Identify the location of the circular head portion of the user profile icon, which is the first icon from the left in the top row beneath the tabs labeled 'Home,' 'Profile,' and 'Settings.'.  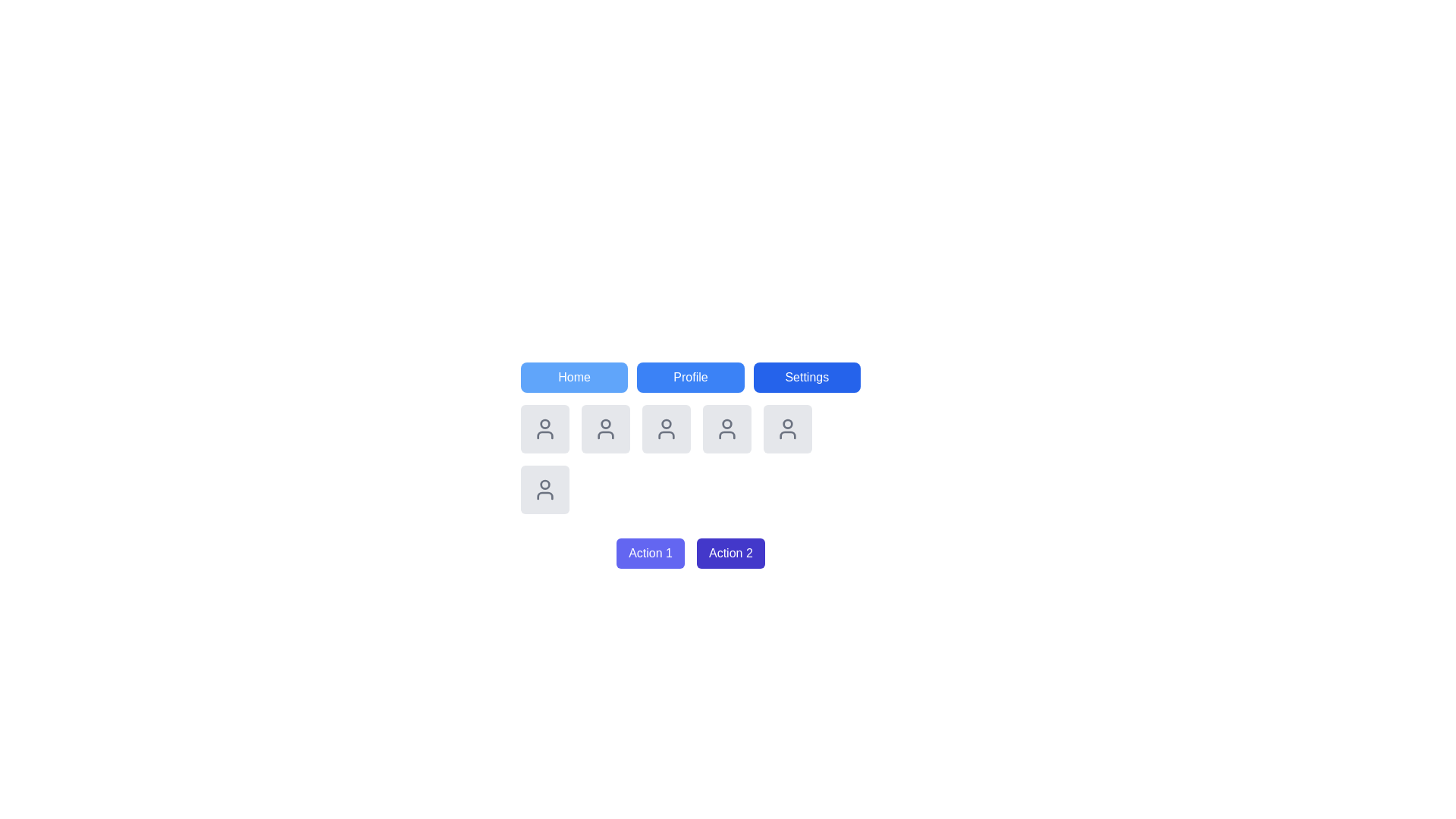
(545, 424).